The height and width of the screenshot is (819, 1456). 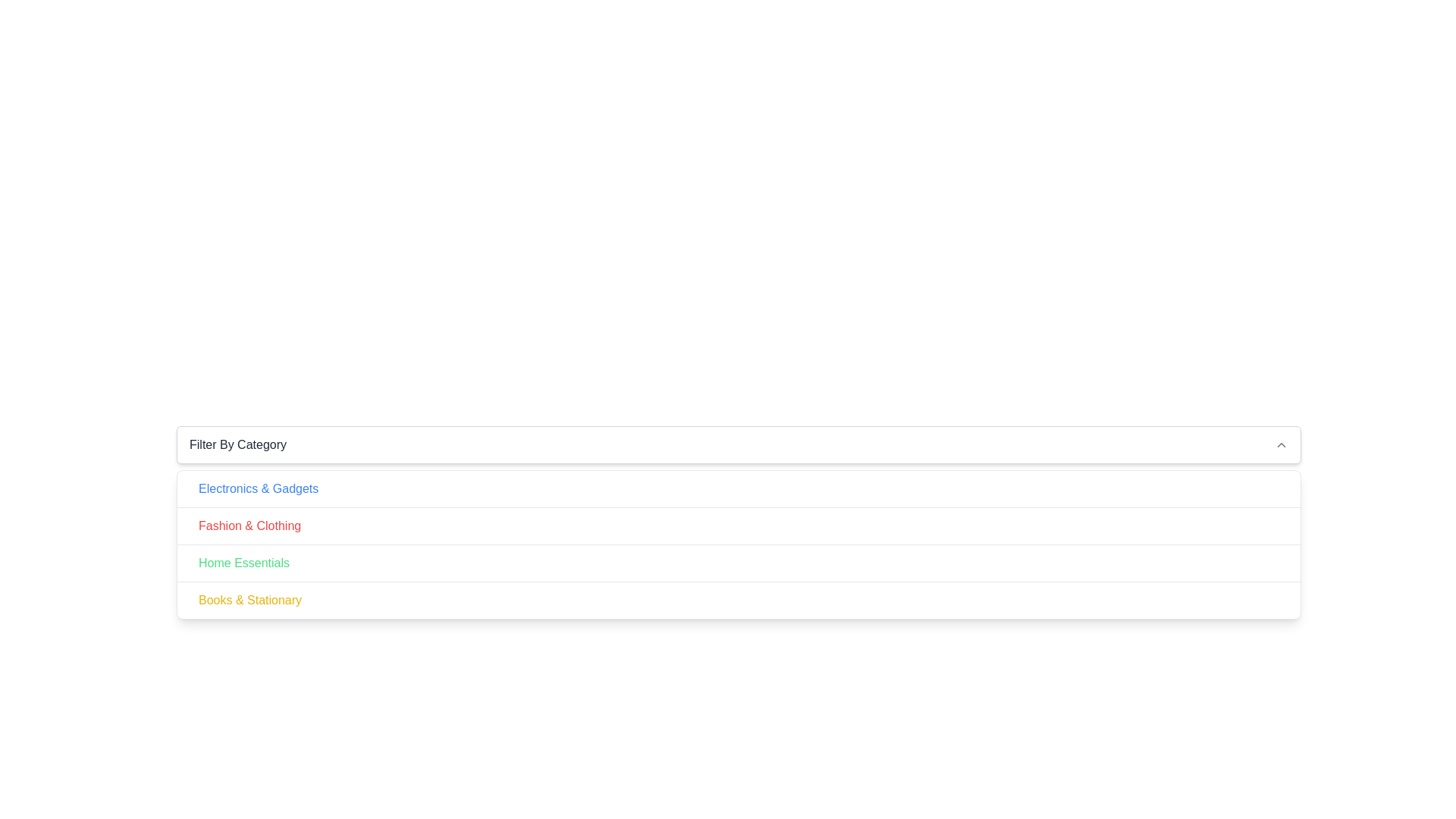 What do you see at coordinates (237, 444) in the screenshot?
I see `the 'Filter By Category' text label, which is prominently displayed in dark color on a light background, positioned at the top of the page adjacent to an upward-facing arrow icon` at bounding box center [237, 444].